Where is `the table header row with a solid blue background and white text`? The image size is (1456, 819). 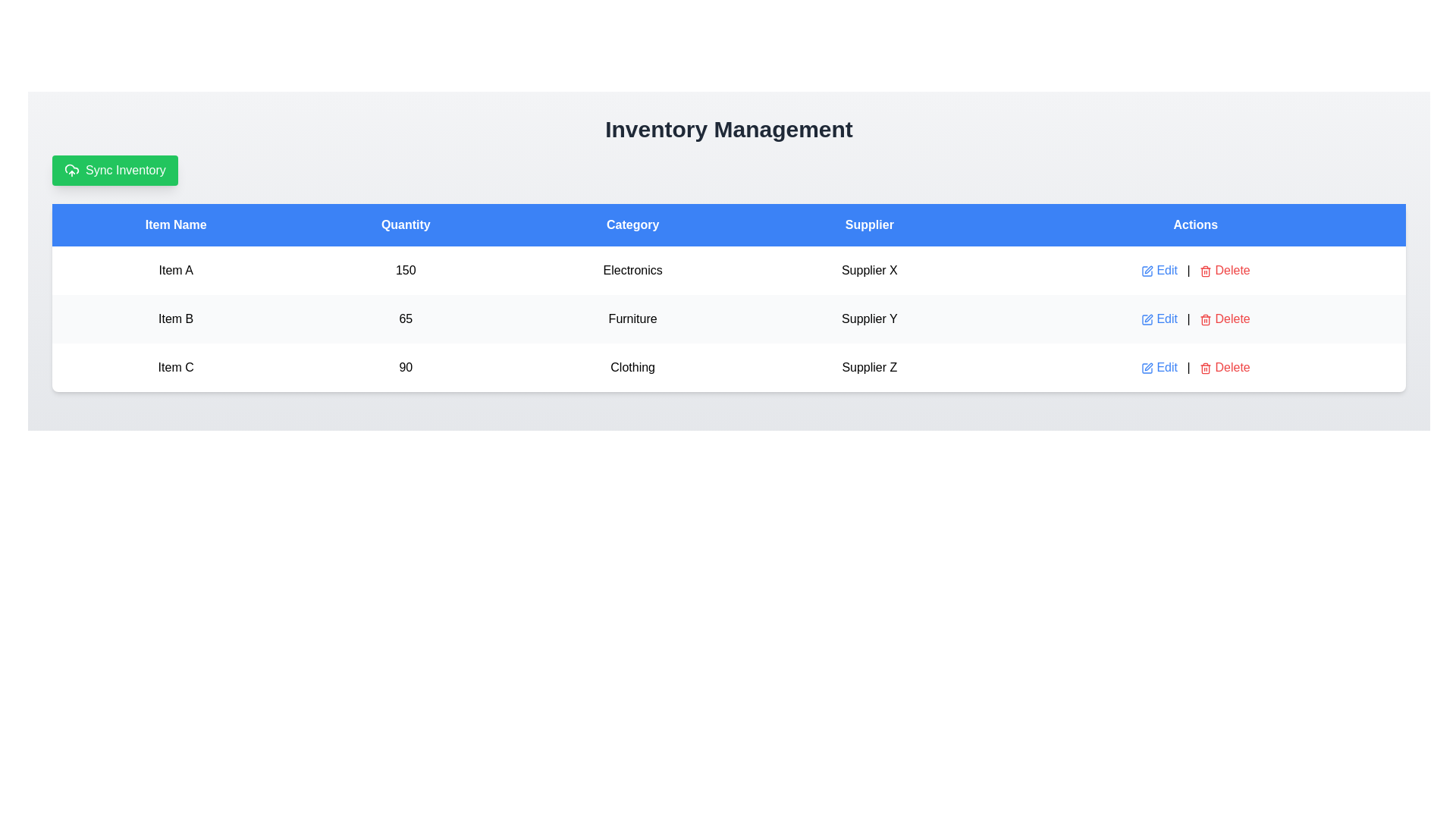
the table header row with a solid blue background and white text is located at coordinates (729, 225).